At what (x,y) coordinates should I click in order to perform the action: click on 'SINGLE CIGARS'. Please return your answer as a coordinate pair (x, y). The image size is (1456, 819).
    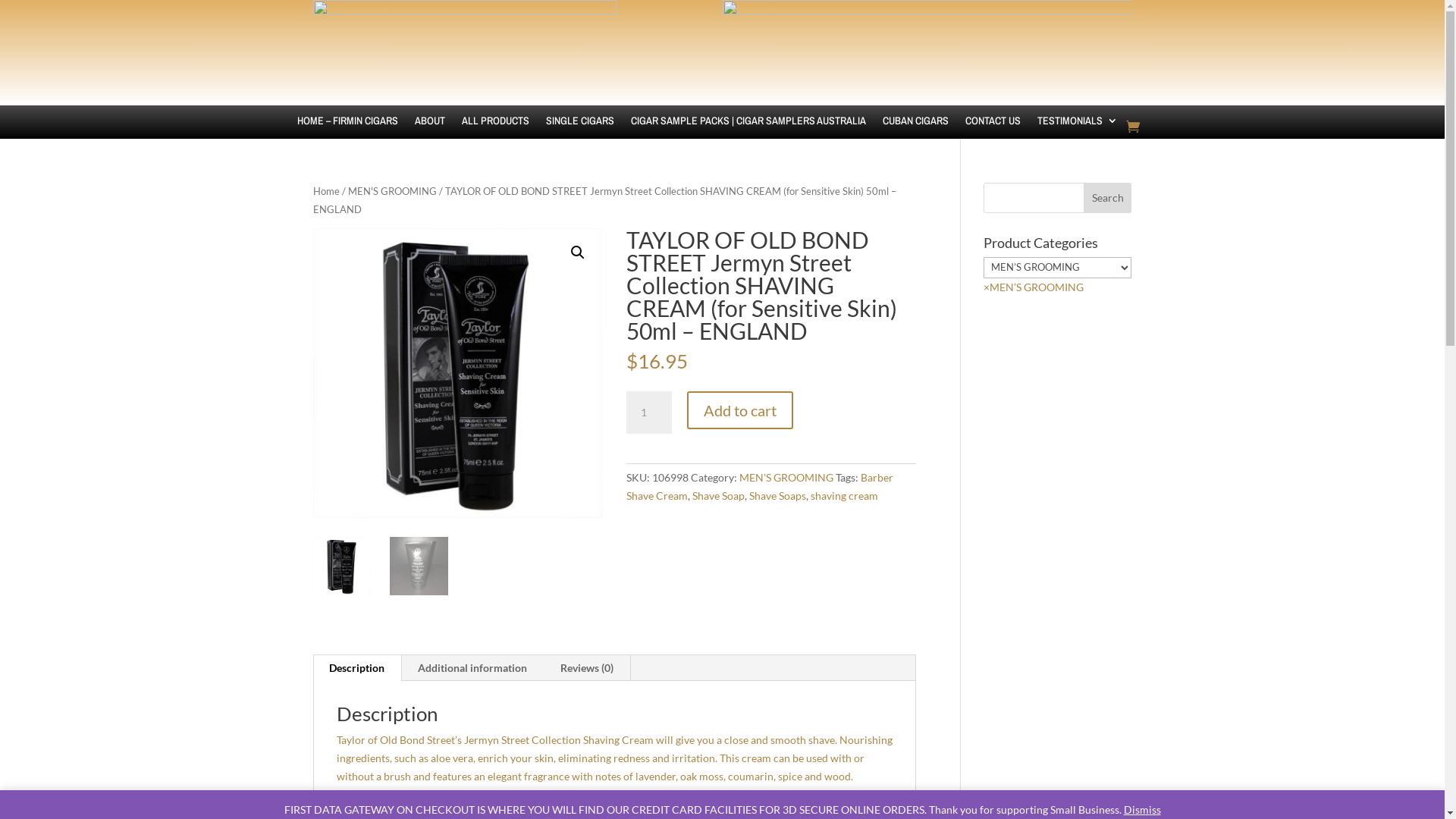
    Looking at the image, I should click on (579, 130).